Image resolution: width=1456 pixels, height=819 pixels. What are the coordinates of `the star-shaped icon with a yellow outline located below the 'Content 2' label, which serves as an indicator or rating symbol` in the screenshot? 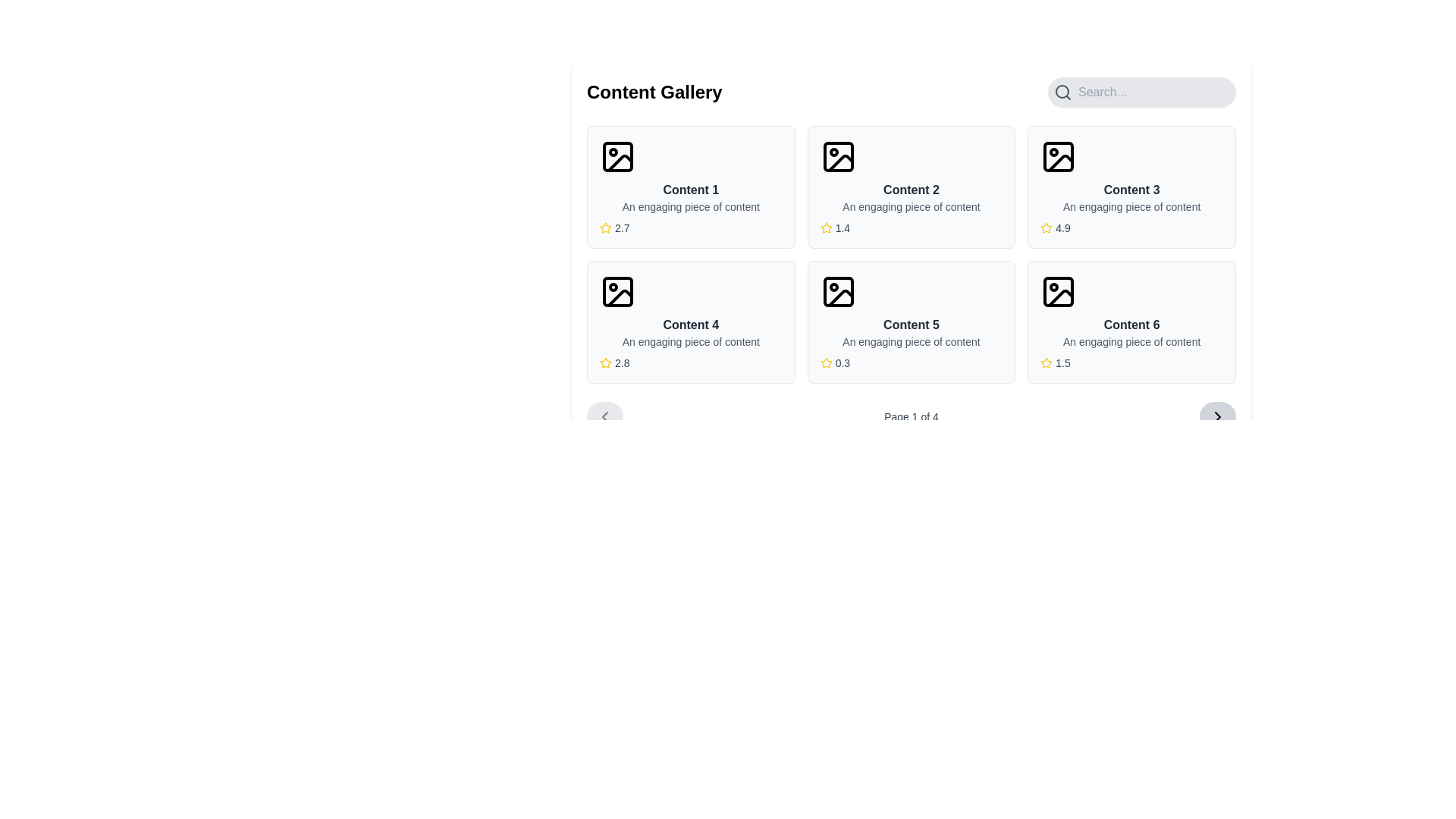 It's located at (825, 227).